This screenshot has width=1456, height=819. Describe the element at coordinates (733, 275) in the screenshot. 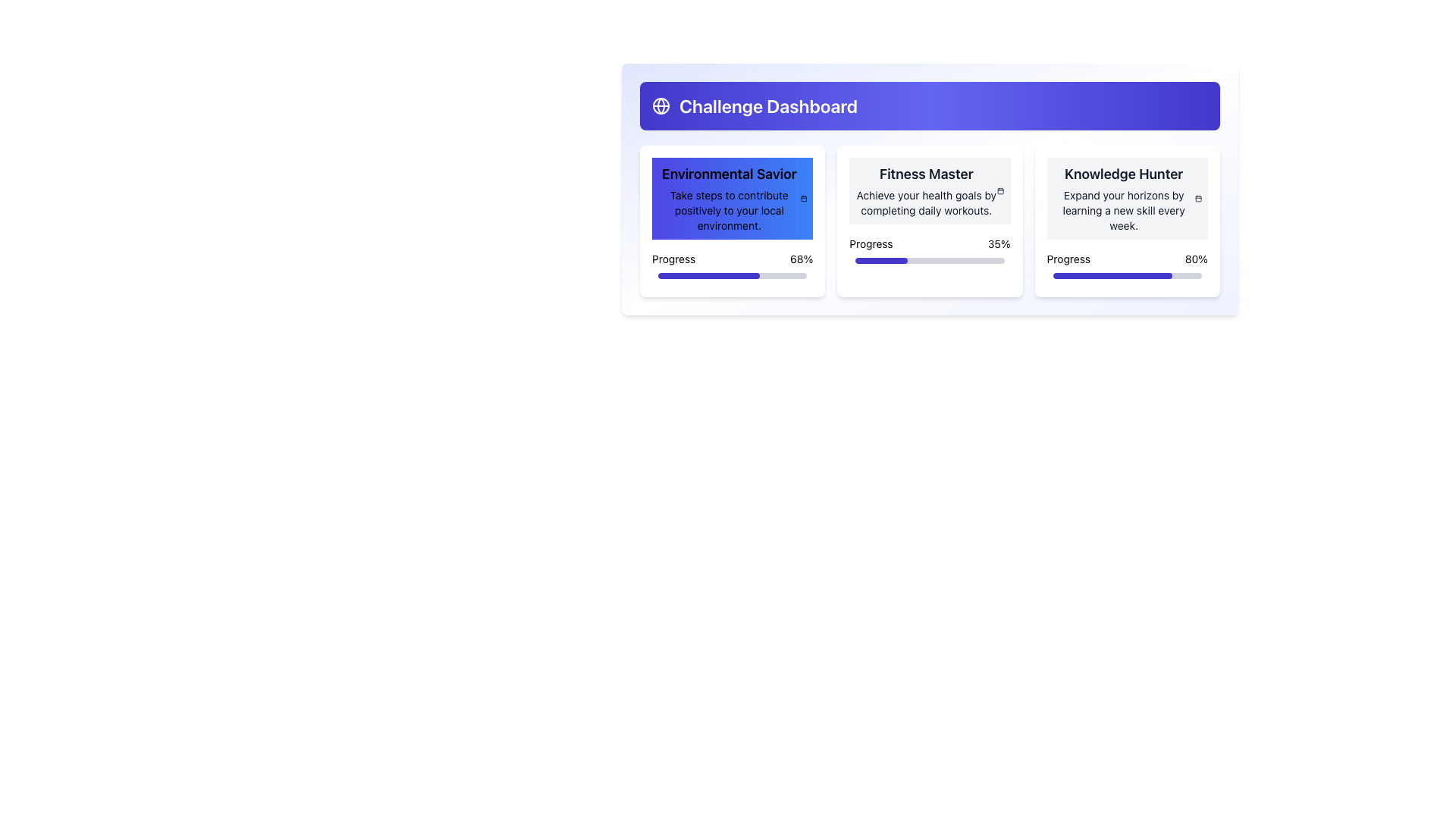

I see `the Progress Bar located at the bottom of the 'Environmental Savior' card in the 'Challenge Dashboard', which visually represents a progress percentage of 68%` at that location.